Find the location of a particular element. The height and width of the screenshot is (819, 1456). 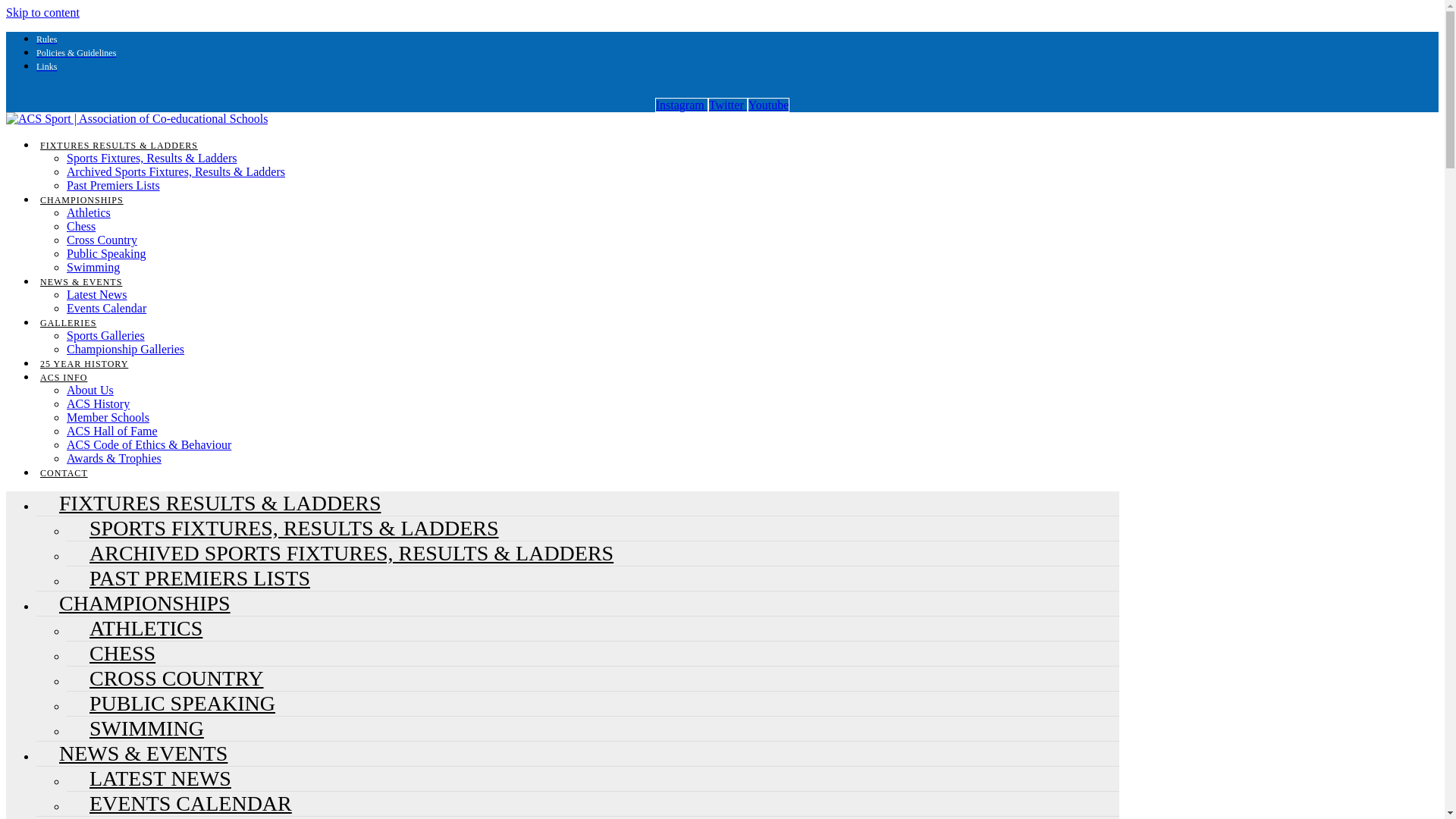

'Championship Galleries' is located at coordinates (65, 349).